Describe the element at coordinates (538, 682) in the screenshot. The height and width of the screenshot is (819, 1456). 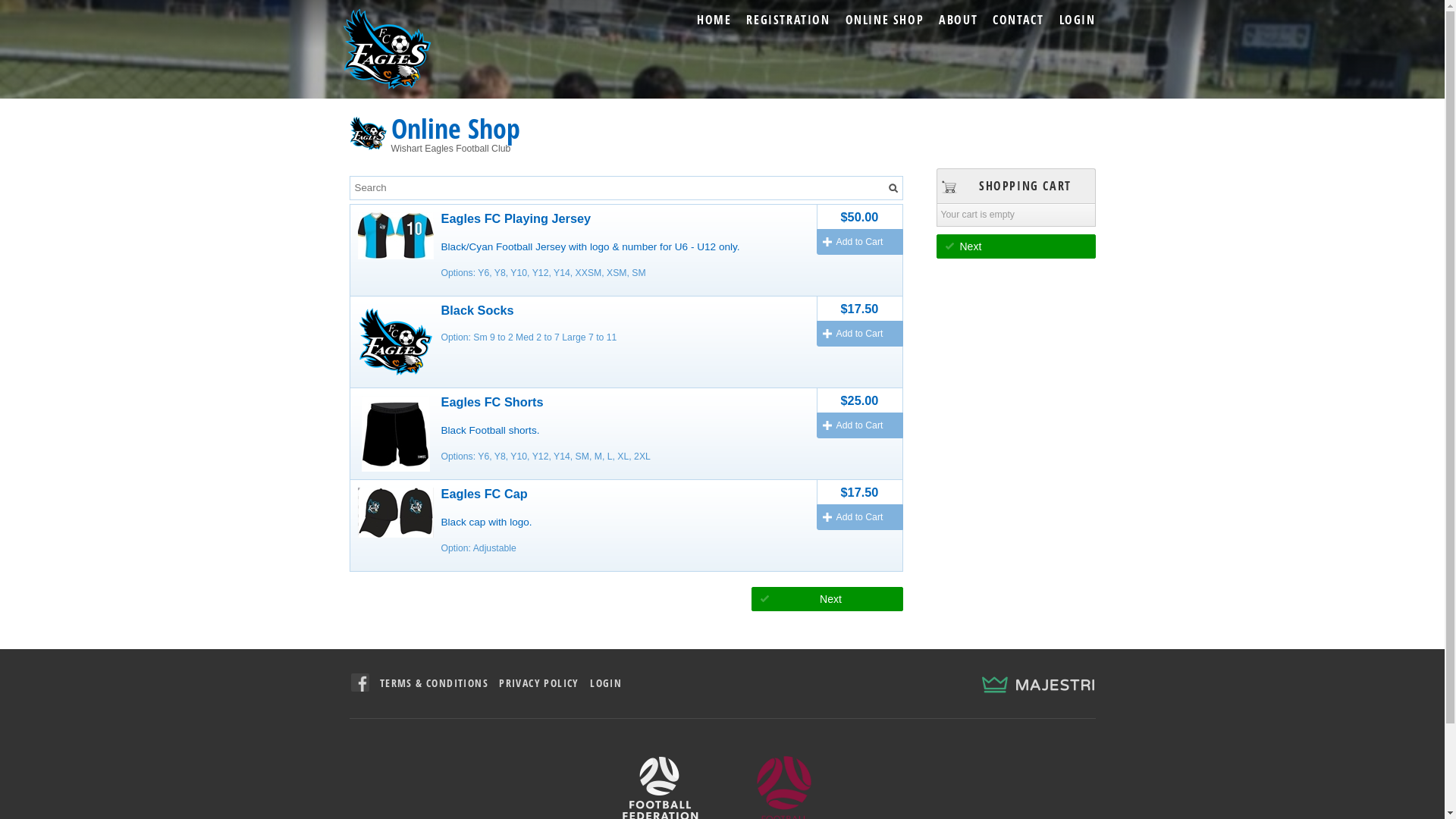
I see `'PRIVACY POLICY'` at that location.